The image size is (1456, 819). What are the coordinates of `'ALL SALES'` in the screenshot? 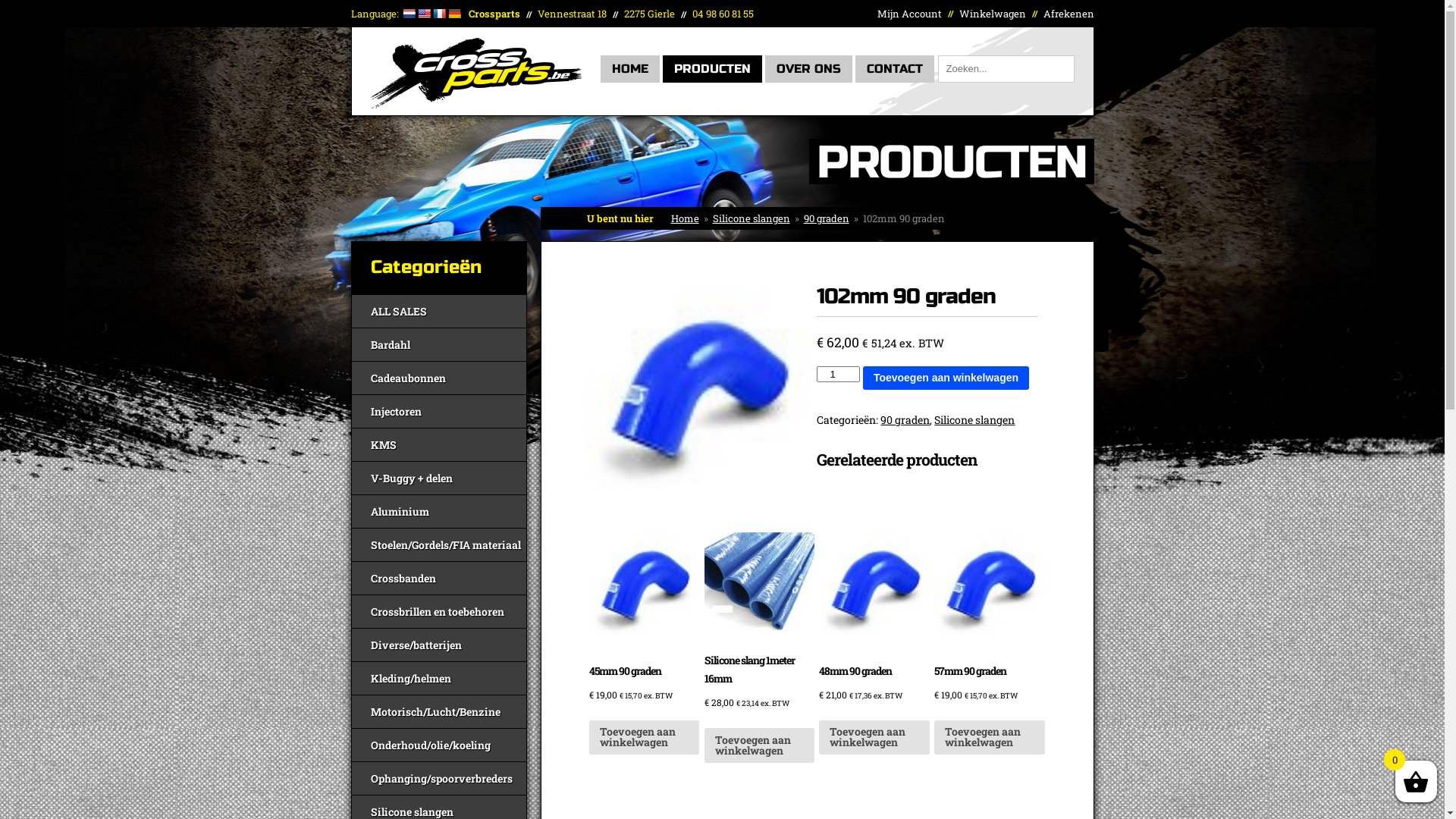 It's located at (438, 309).